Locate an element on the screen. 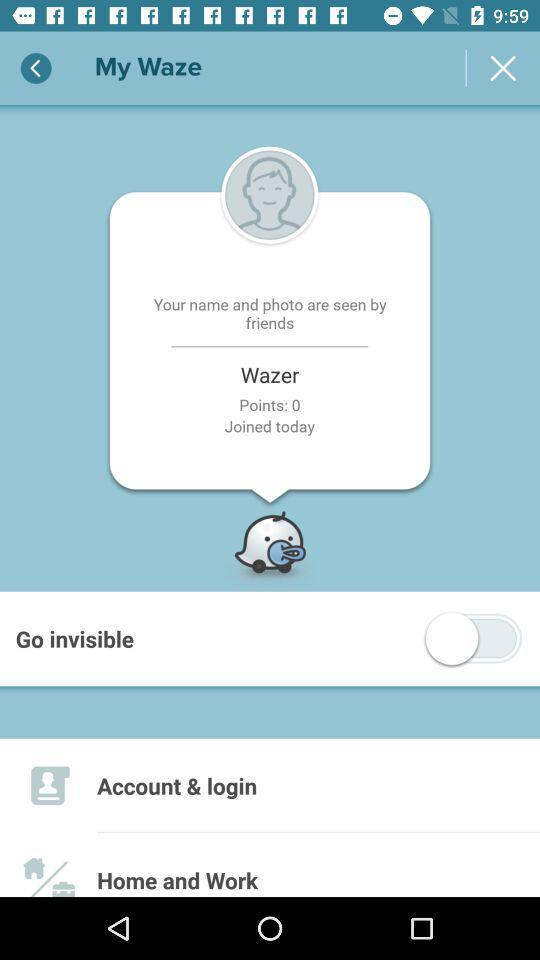 The image size is (540, 960). go back is located at coordinates (36, 68).